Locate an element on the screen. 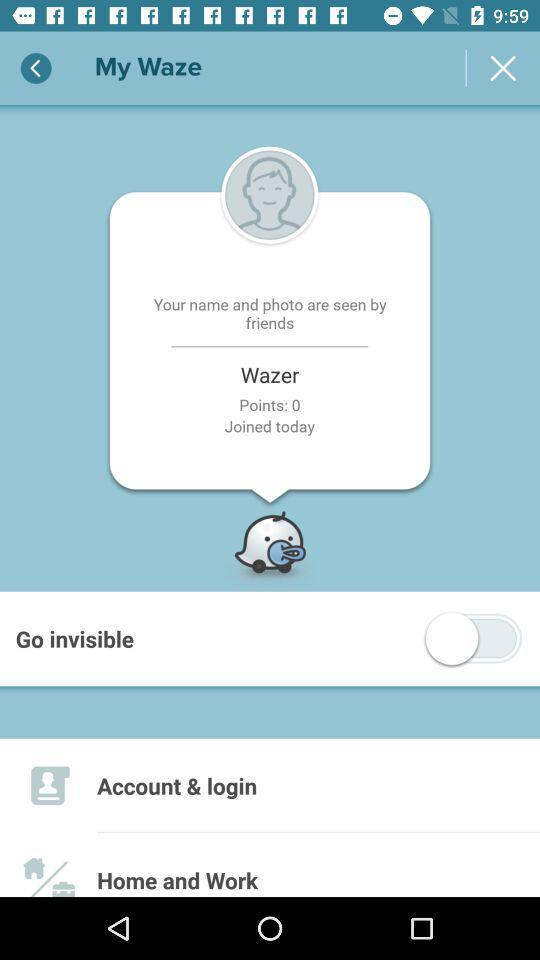 The image size is (540, 960). go back is located at coordinates (36, 68).